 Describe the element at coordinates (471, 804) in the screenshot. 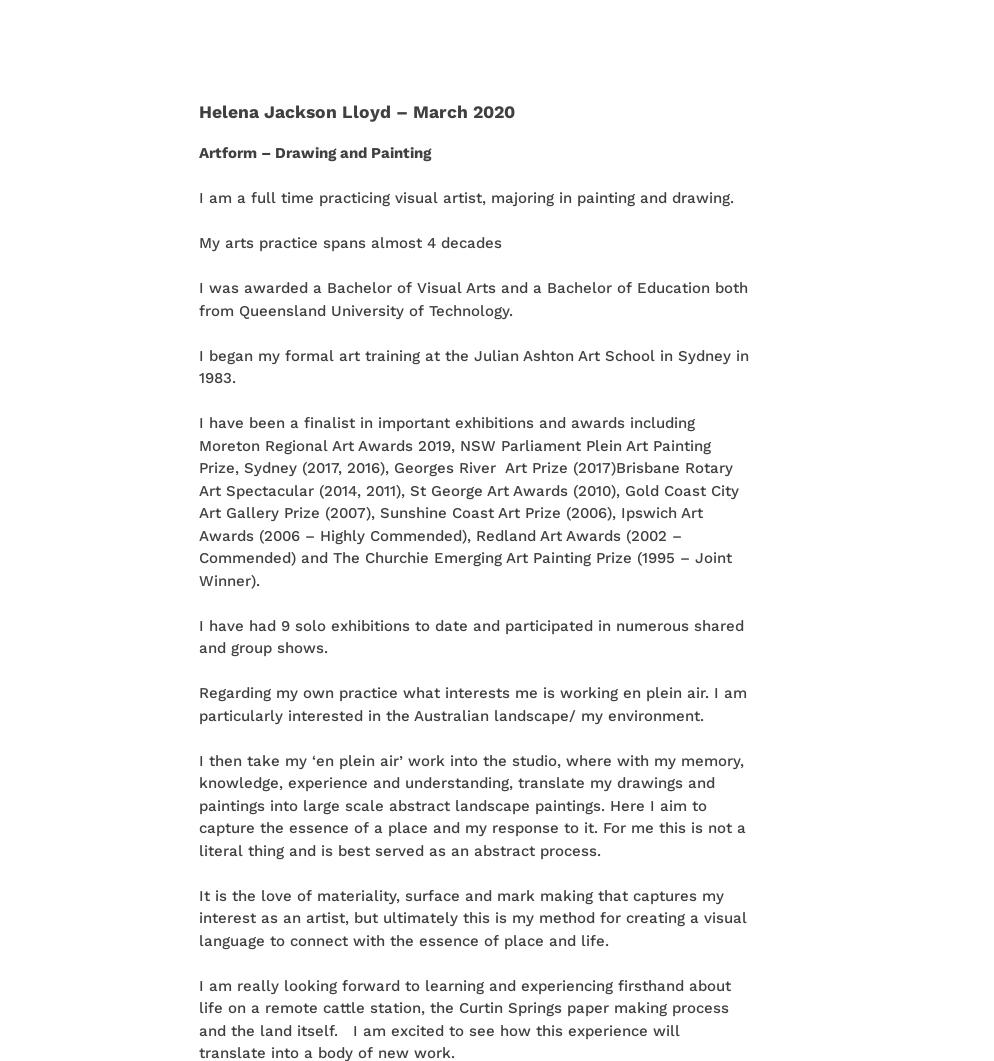

I see `'I then take my ‘en plein air’ work into the studio, where with my memory, knowledge, experience and understanding, translate my drawings and paintings into large scale abstract landscape paintings. Here I aim to capture the essence of a place and my response to it. For me this is not a literal thing and is best served as an abstract process.'` at that location.